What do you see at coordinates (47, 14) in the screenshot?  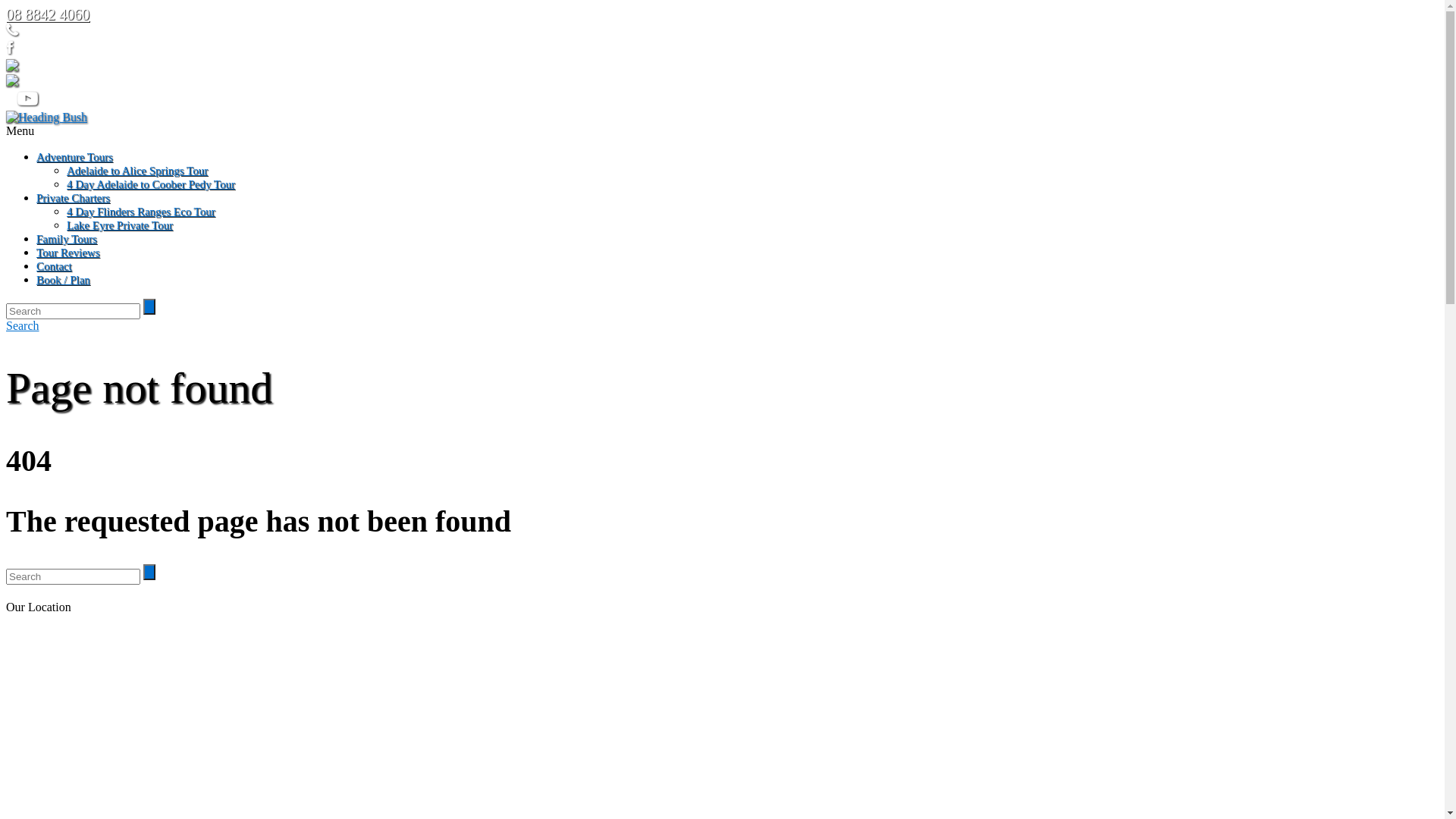 I see `'08 8842 4060'` at bounding box center [47, 14].